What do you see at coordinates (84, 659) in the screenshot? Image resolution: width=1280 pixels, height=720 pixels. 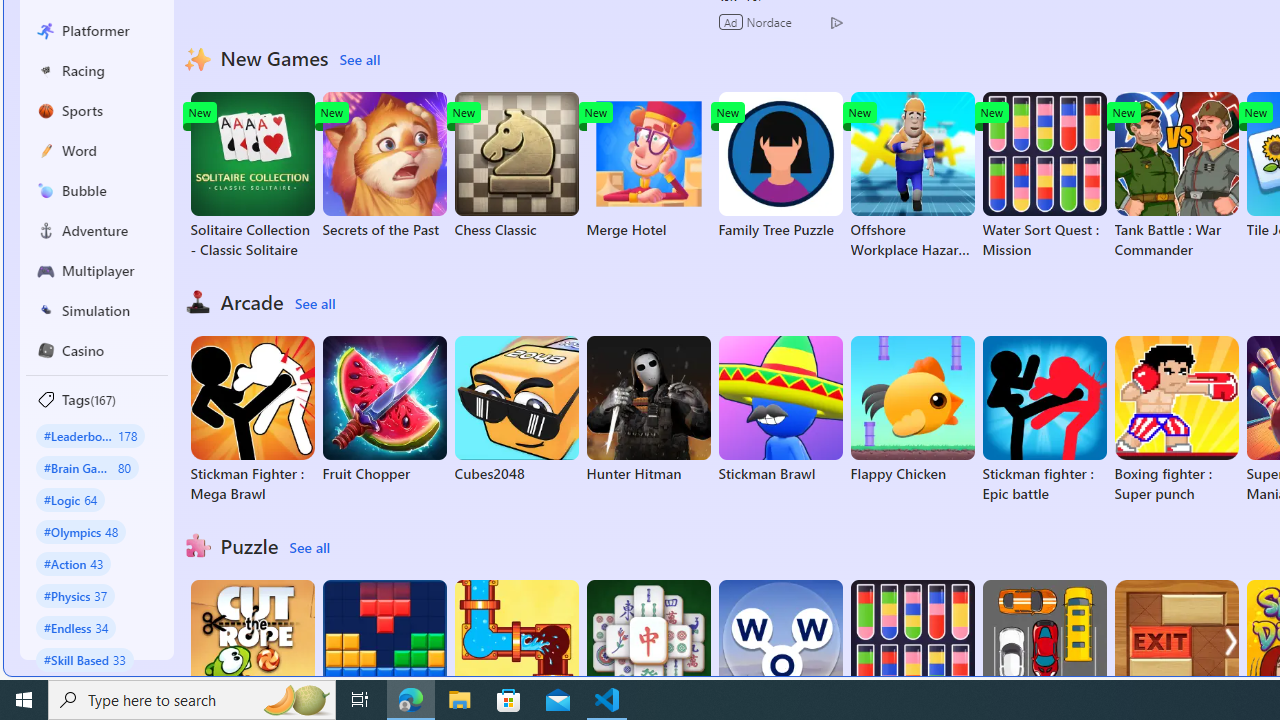 I see `'#Skill Based 33'` at bounding box center [84, 659].